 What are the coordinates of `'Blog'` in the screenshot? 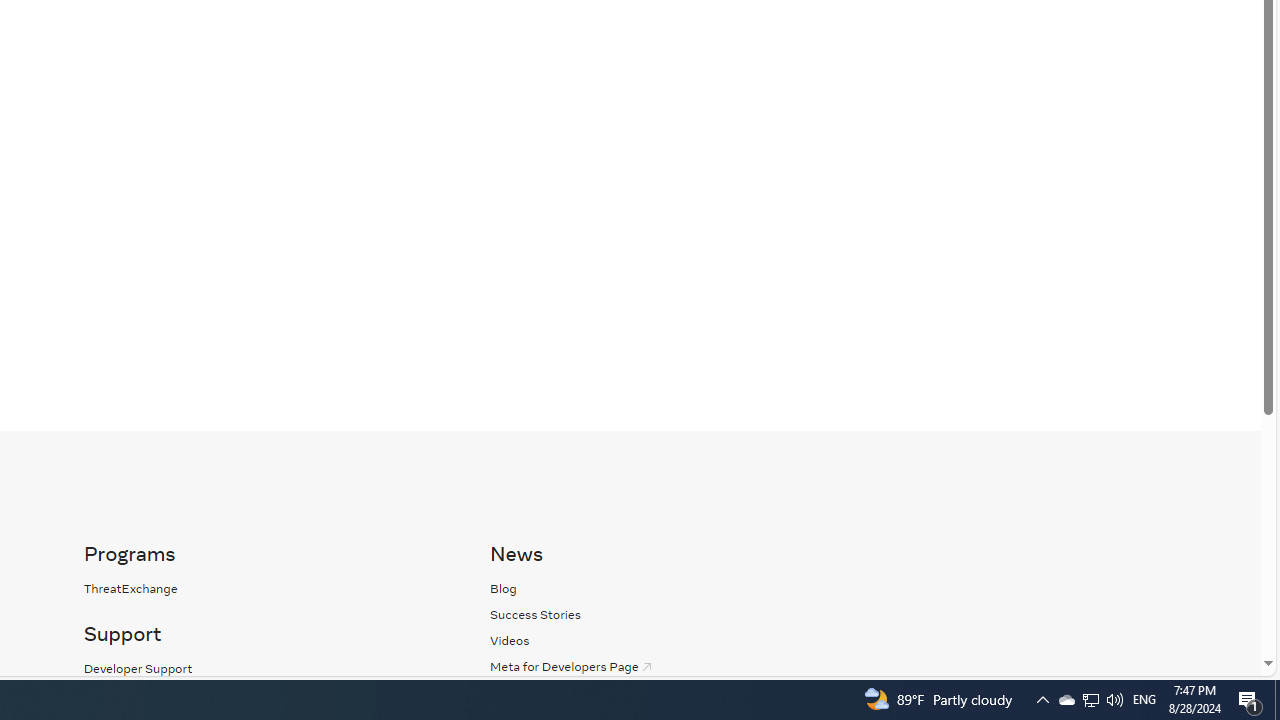 It's located at (672, 587).